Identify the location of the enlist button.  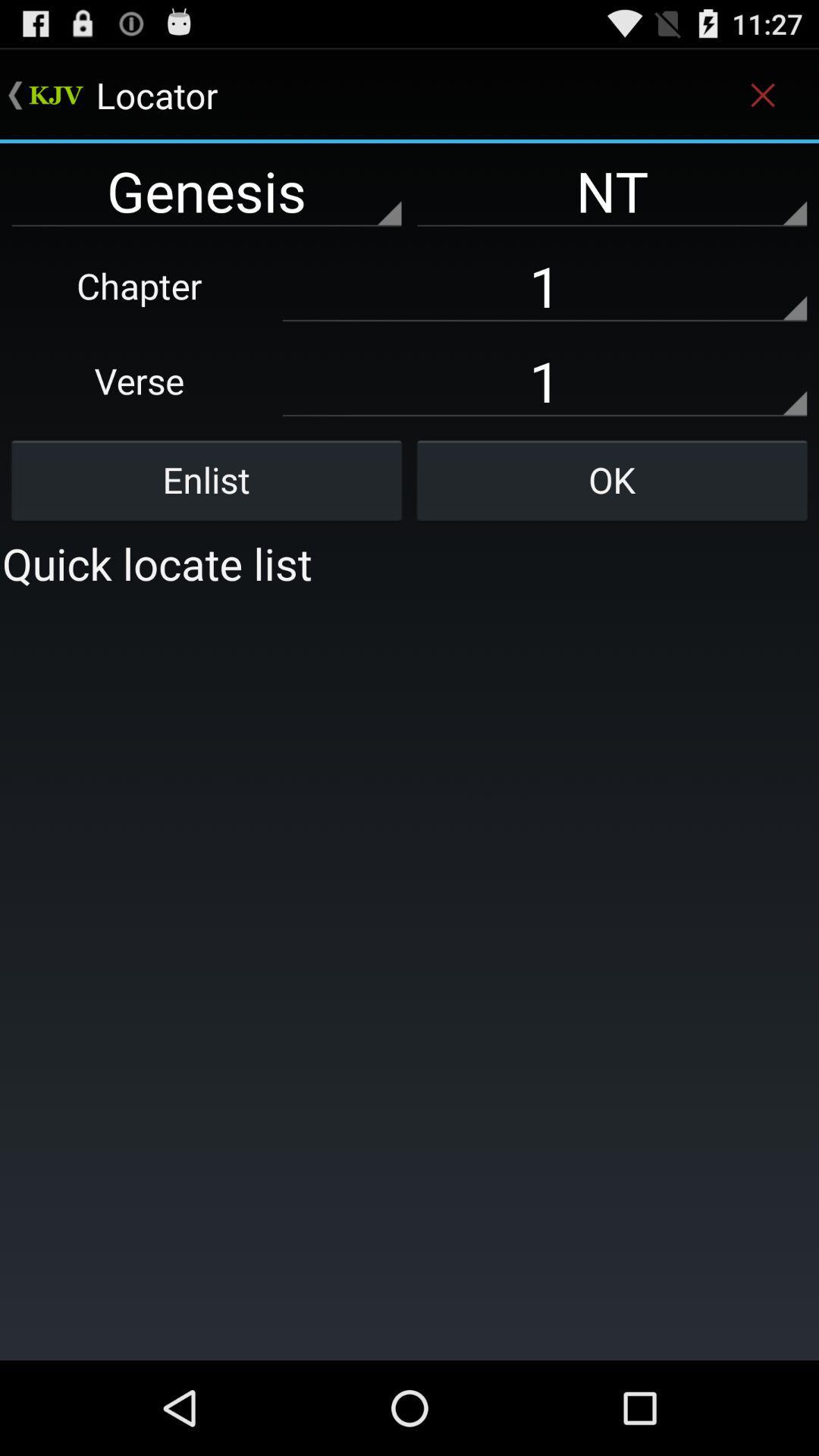
(206, 479).